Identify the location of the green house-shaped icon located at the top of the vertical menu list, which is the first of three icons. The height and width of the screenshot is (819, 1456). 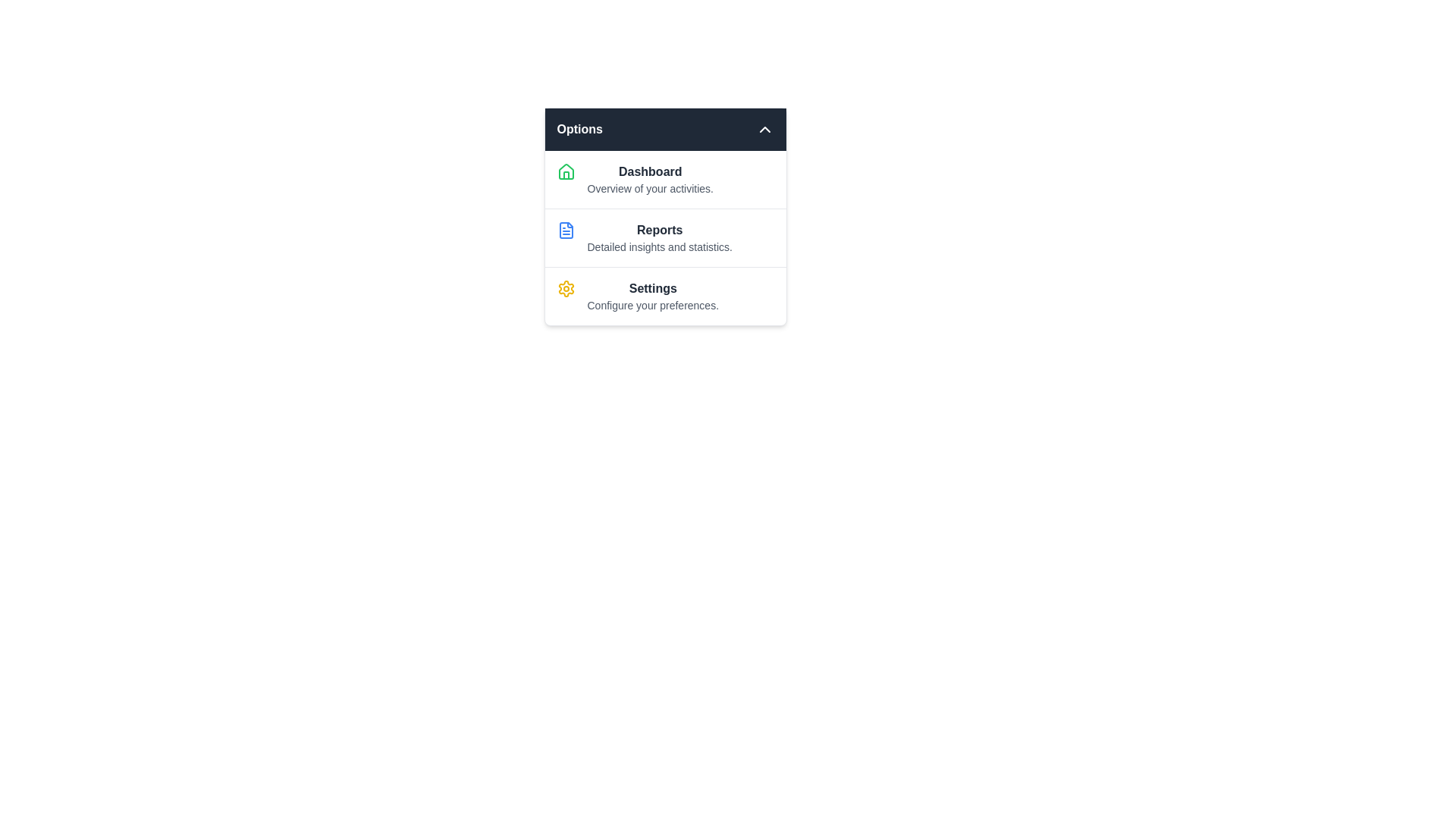
(565, 171).